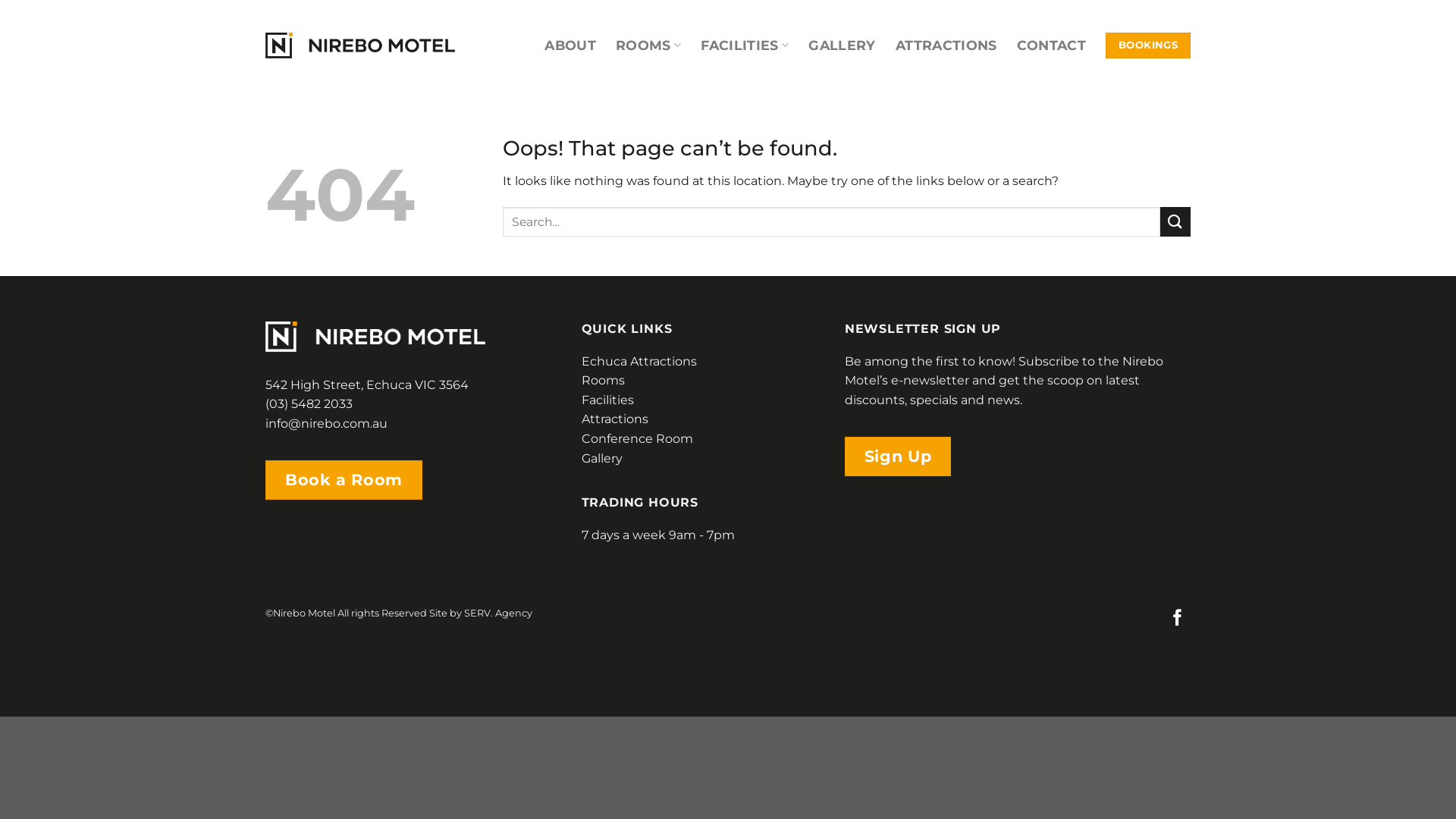  Describe the element at coordinates (1050, 45) in the screenshot. I see `'CONTACT'` at that location.